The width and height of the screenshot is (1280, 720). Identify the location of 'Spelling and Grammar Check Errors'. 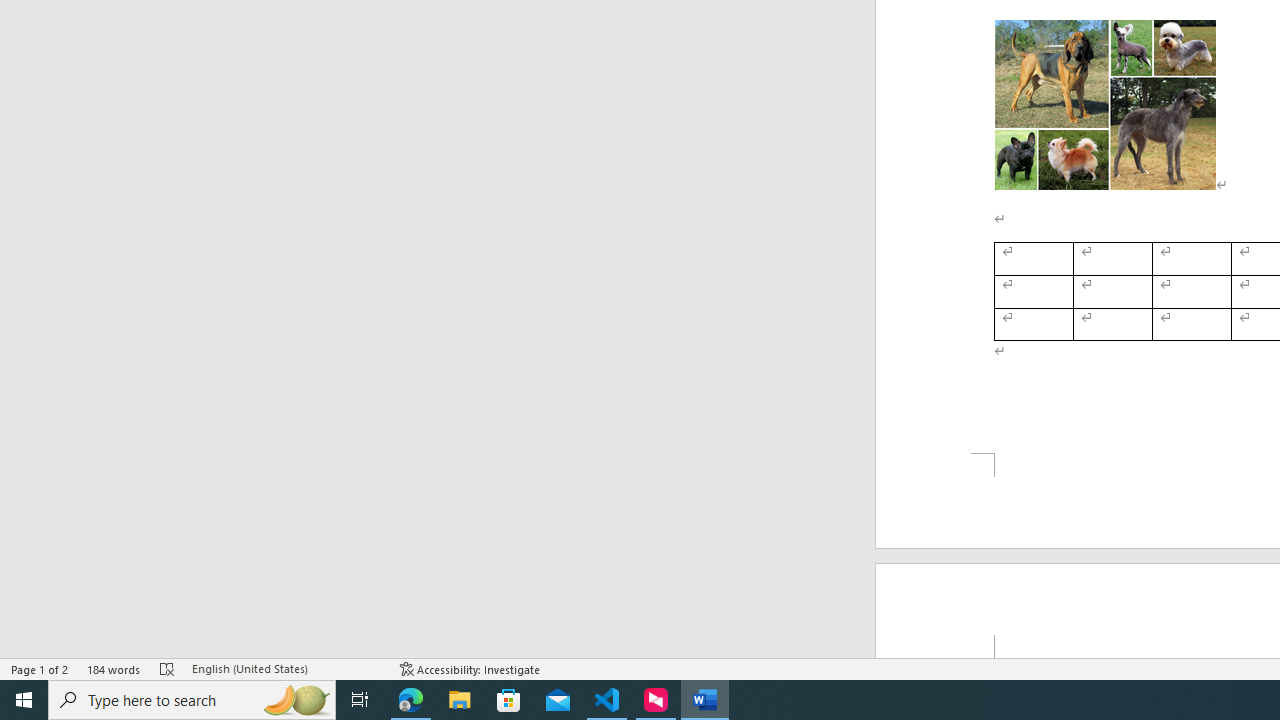
(168, 669).